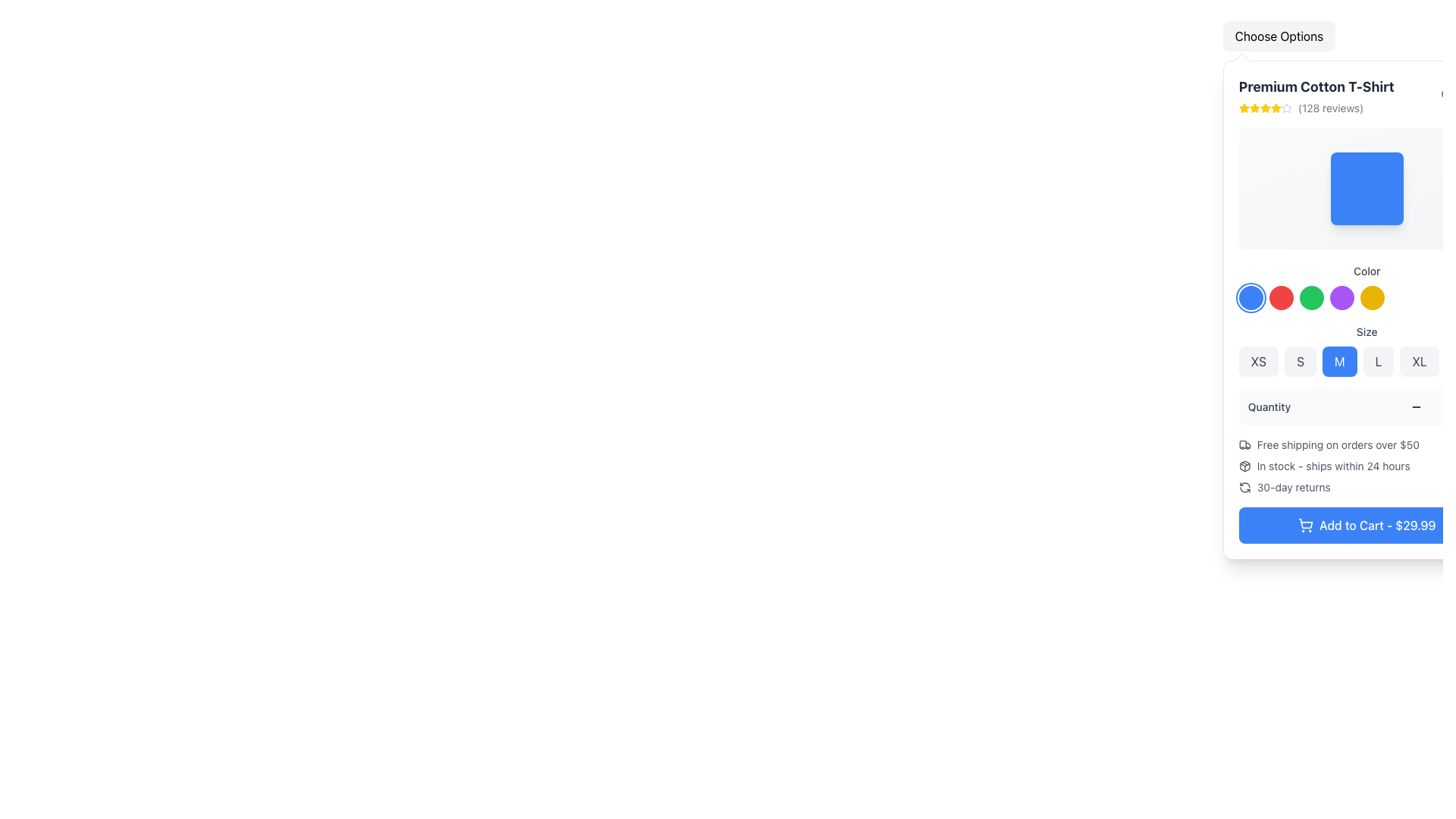 The height and width of the screenshot is (819, 1456). I want to click on text of the 'Add to Cart' button, which includes the price information and is located at the bottom-right of the interface, so click(1377, 525).